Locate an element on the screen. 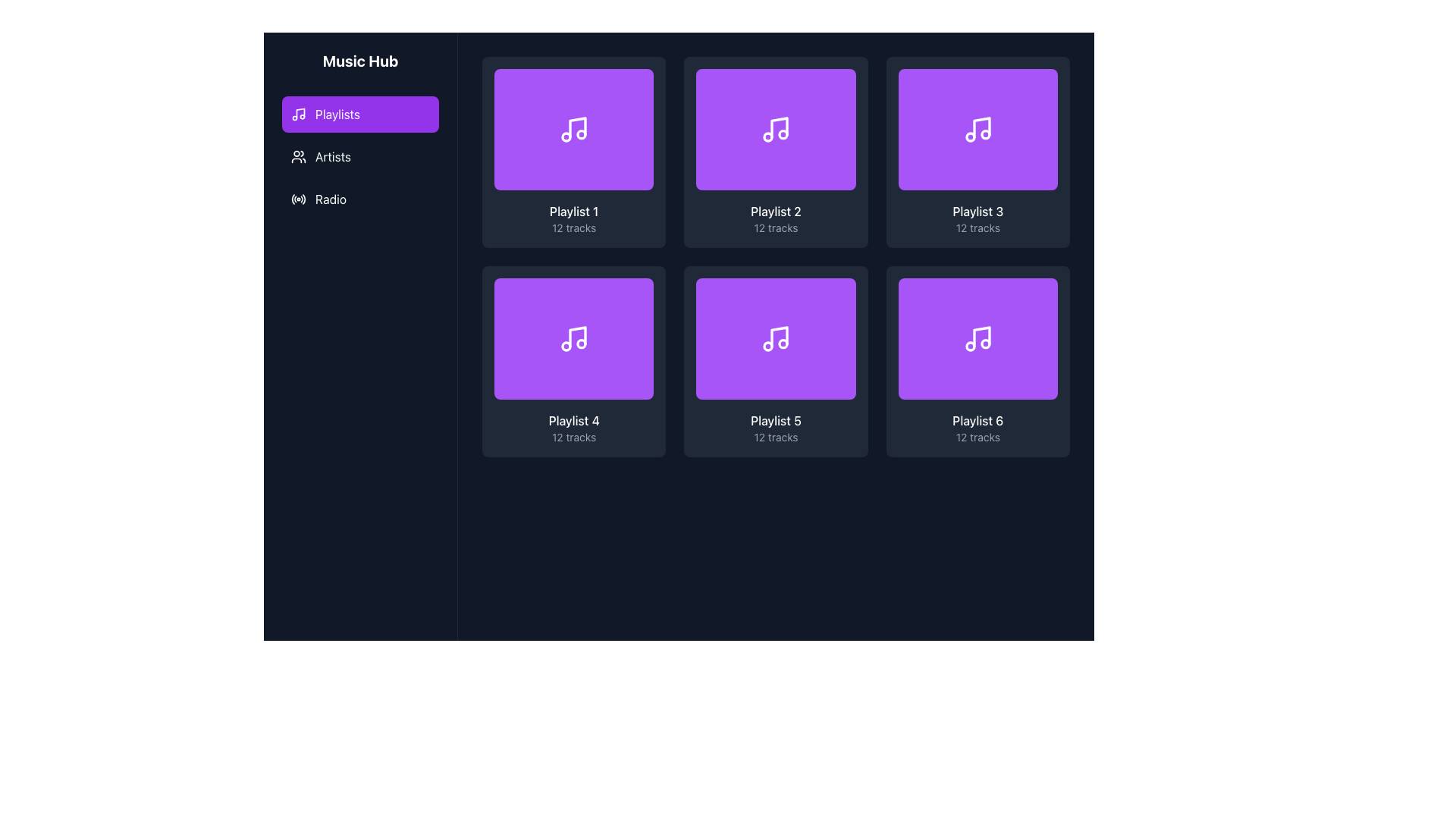 This screenshot has width=1456, height=819. the 'Radio' menu item is located at coordinates (330, 198).